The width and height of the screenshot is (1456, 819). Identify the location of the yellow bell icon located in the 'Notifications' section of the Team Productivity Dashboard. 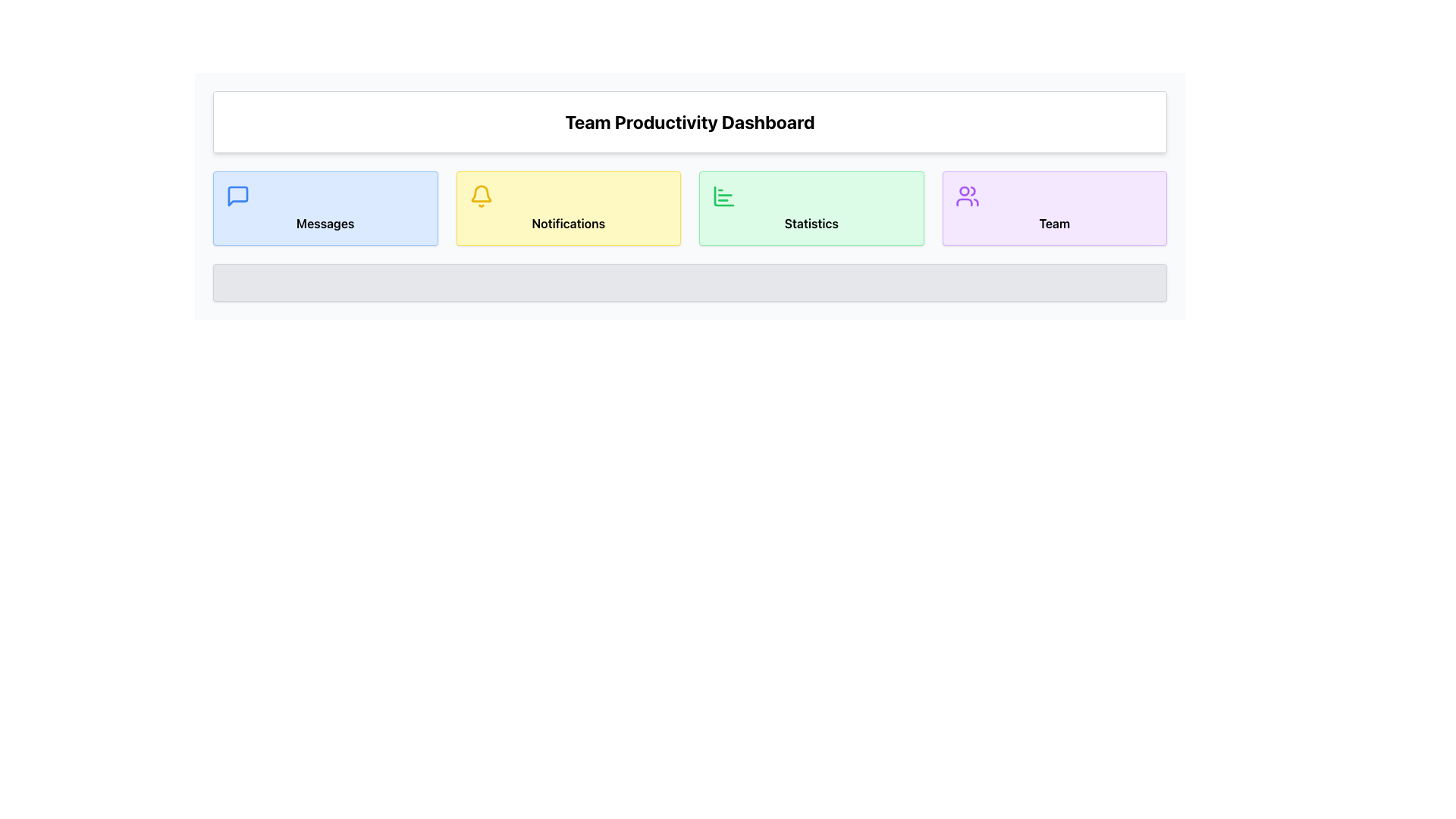
(480, 195).